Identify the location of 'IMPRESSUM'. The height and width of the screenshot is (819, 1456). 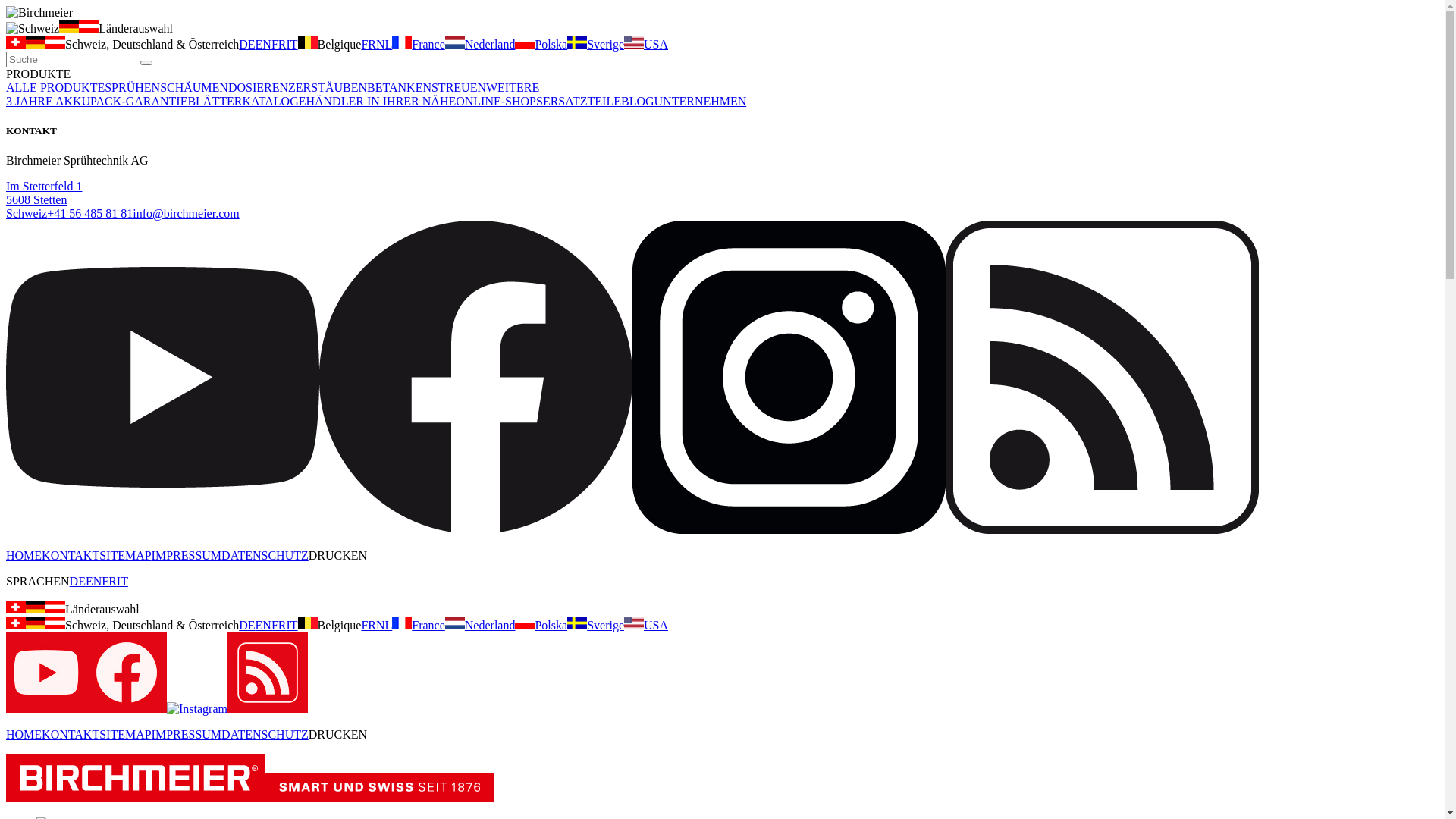
(185, 733).